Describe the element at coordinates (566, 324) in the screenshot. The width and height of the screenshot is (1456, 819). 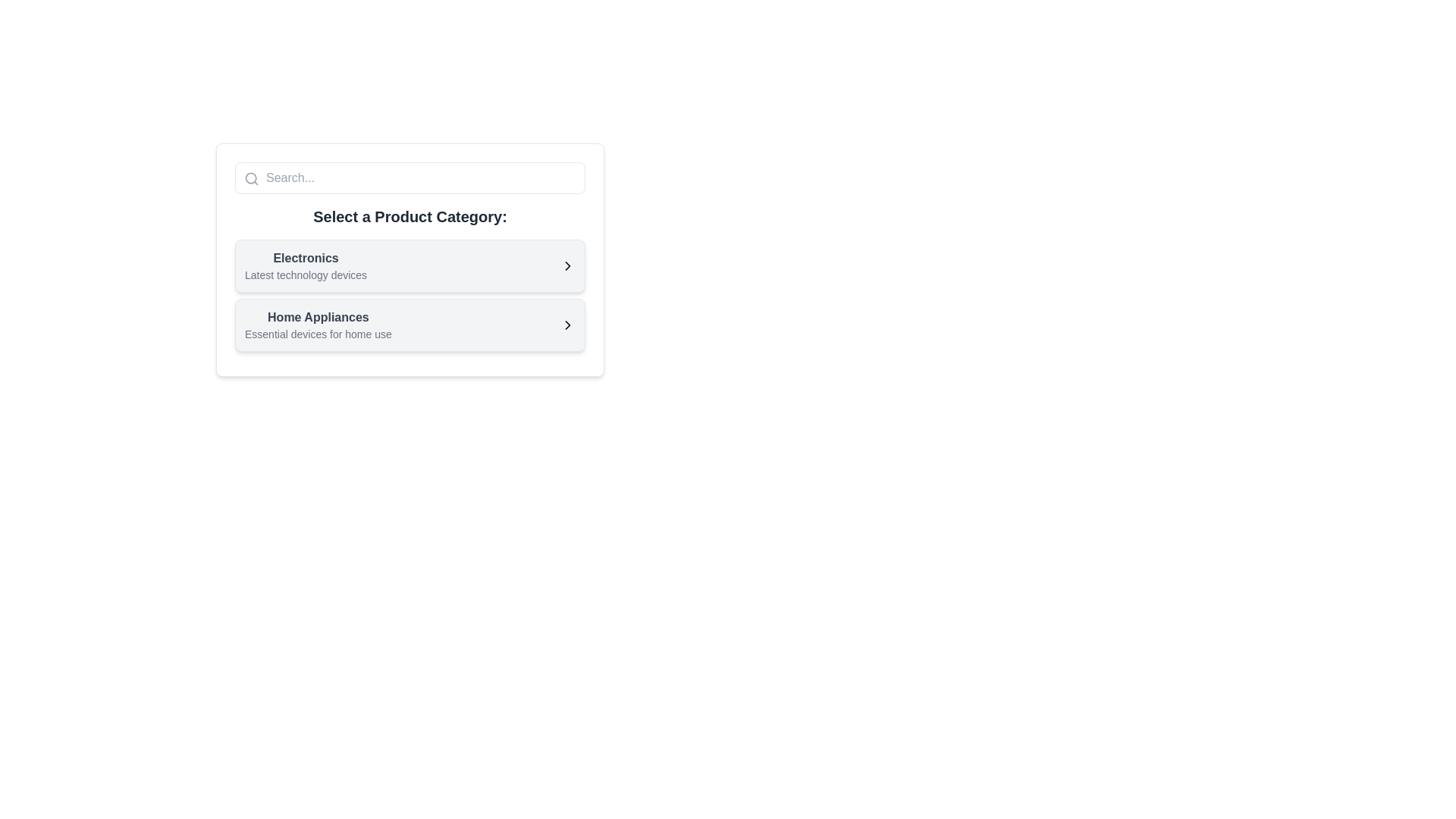
I see `the chevron arrow icon located towards the right edge of the 'Home Appliances' list item` at that location.